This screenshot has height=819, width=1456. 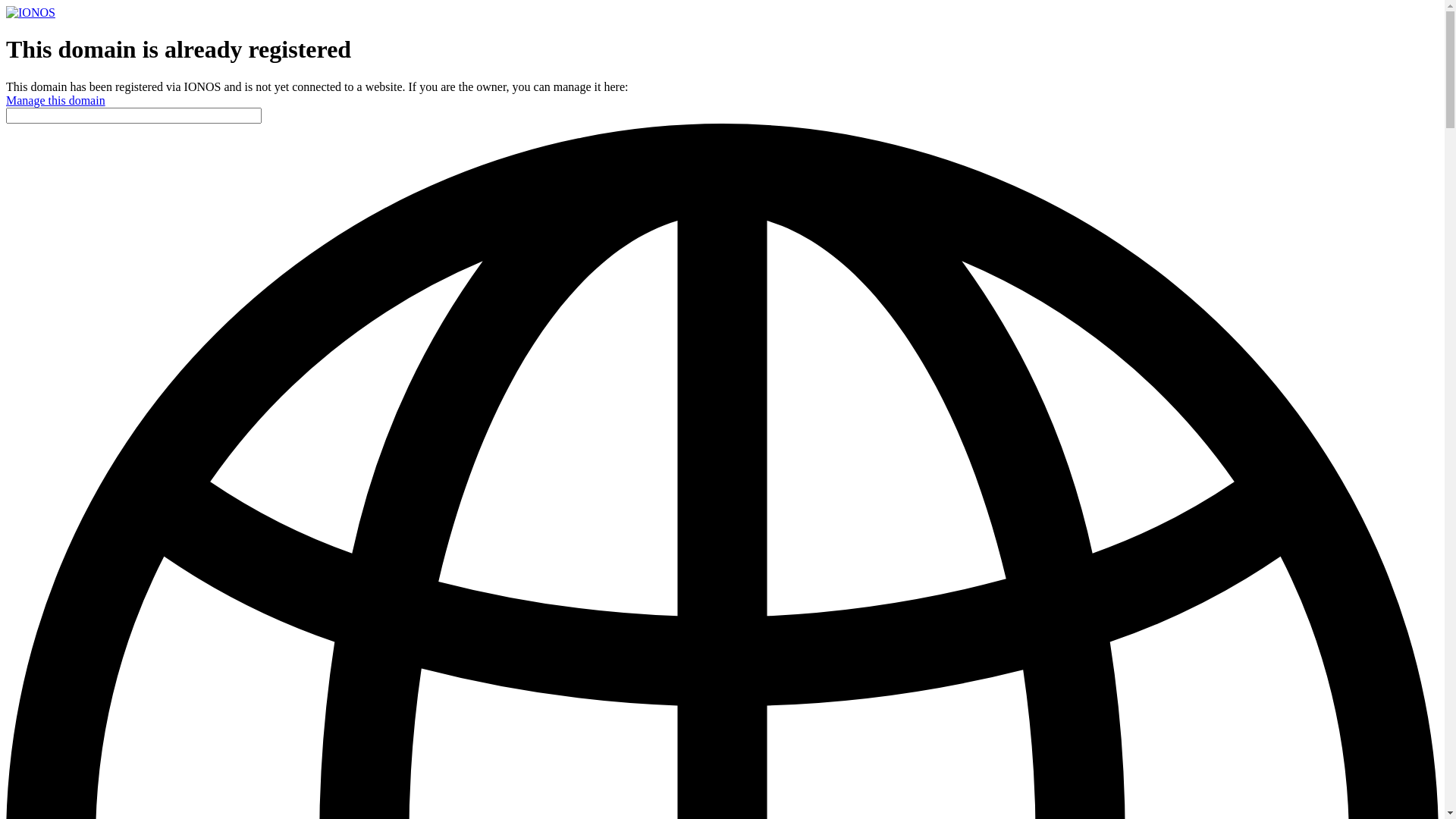 I want to click on 'Manage this domain', so click(x=55, y=100).